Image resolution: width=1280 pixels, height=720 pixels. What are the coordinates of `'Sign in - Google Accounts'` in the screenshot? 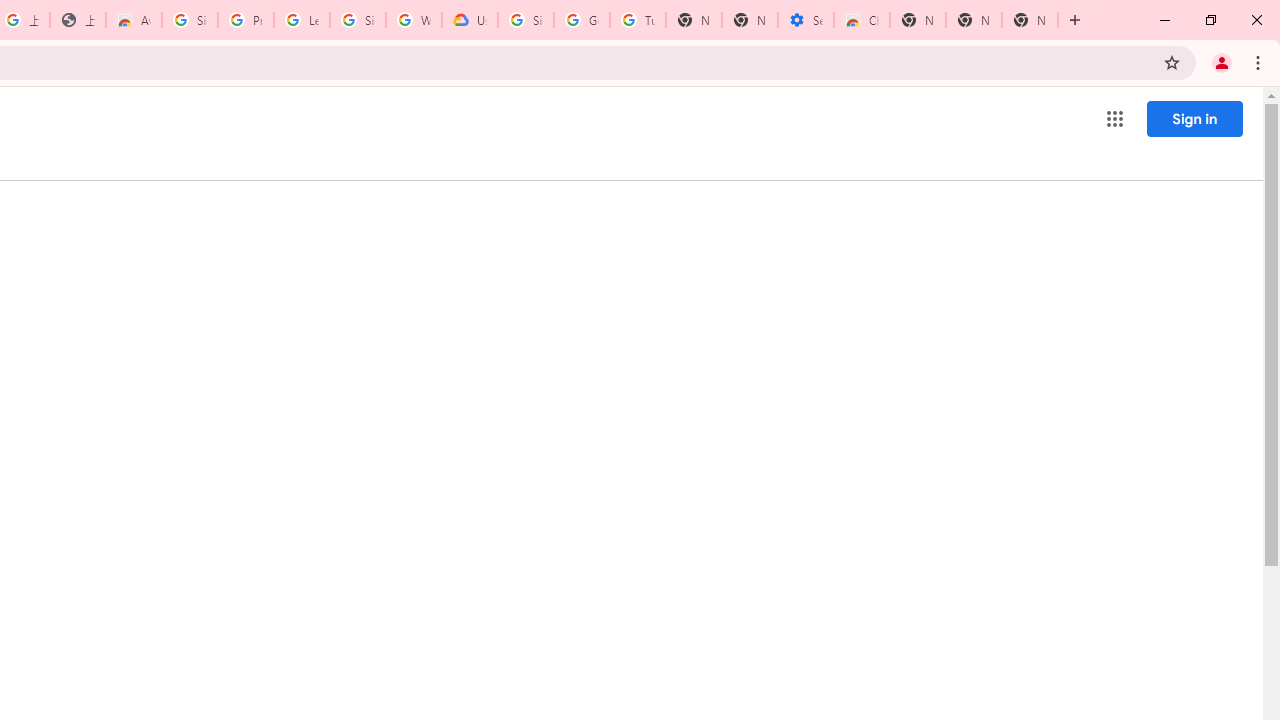 It's located at (190, 20).